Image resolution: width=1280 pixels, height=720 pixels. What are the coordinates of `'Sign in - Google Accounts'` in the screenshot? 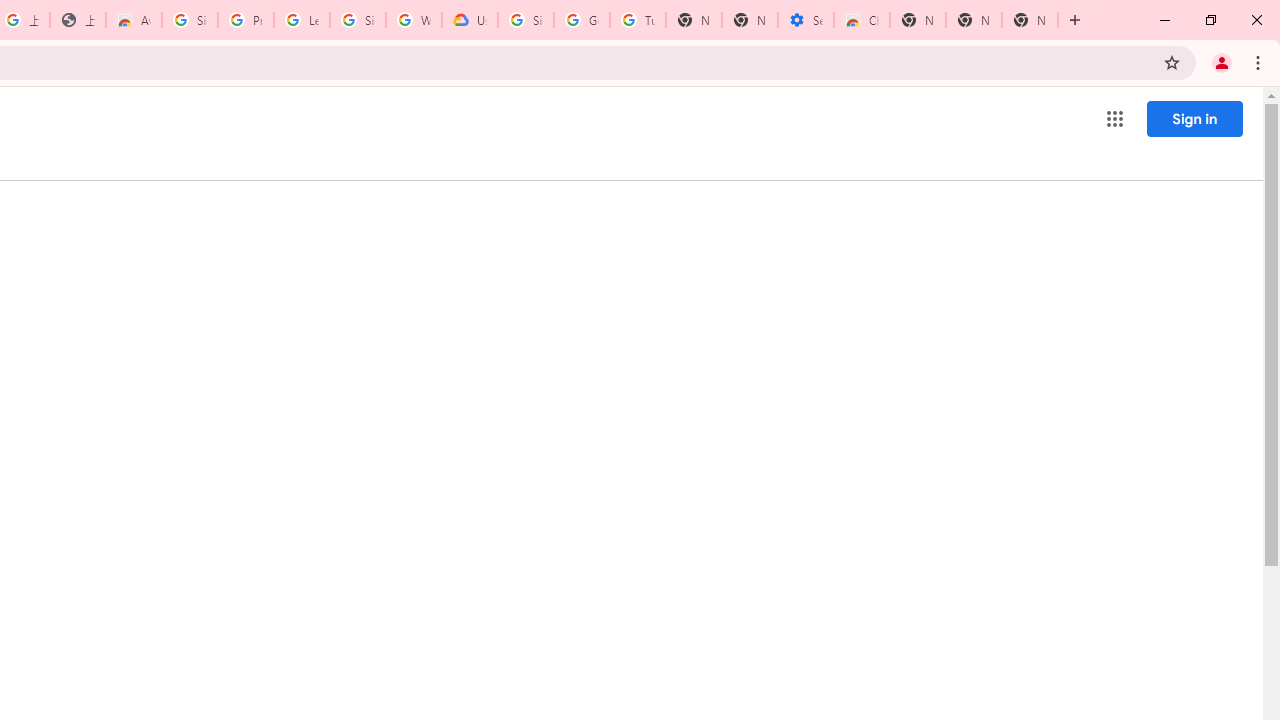 It's located at (190, 20).